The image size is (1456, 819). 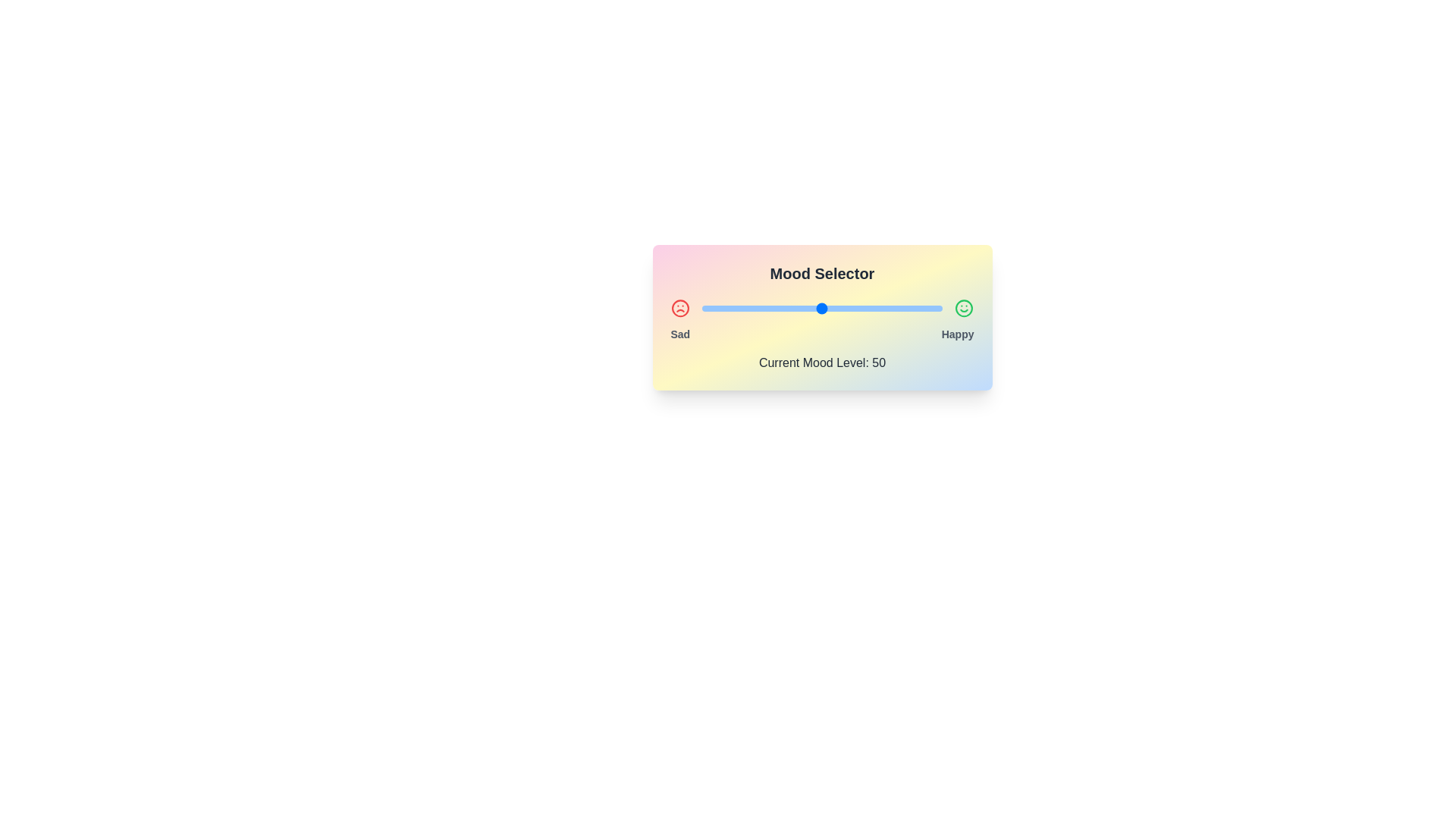 What do you see at coordinates (956, 333) in the screenshot?
I see `the text 'Happy' to highlight it` at bounding box center [956, 333].